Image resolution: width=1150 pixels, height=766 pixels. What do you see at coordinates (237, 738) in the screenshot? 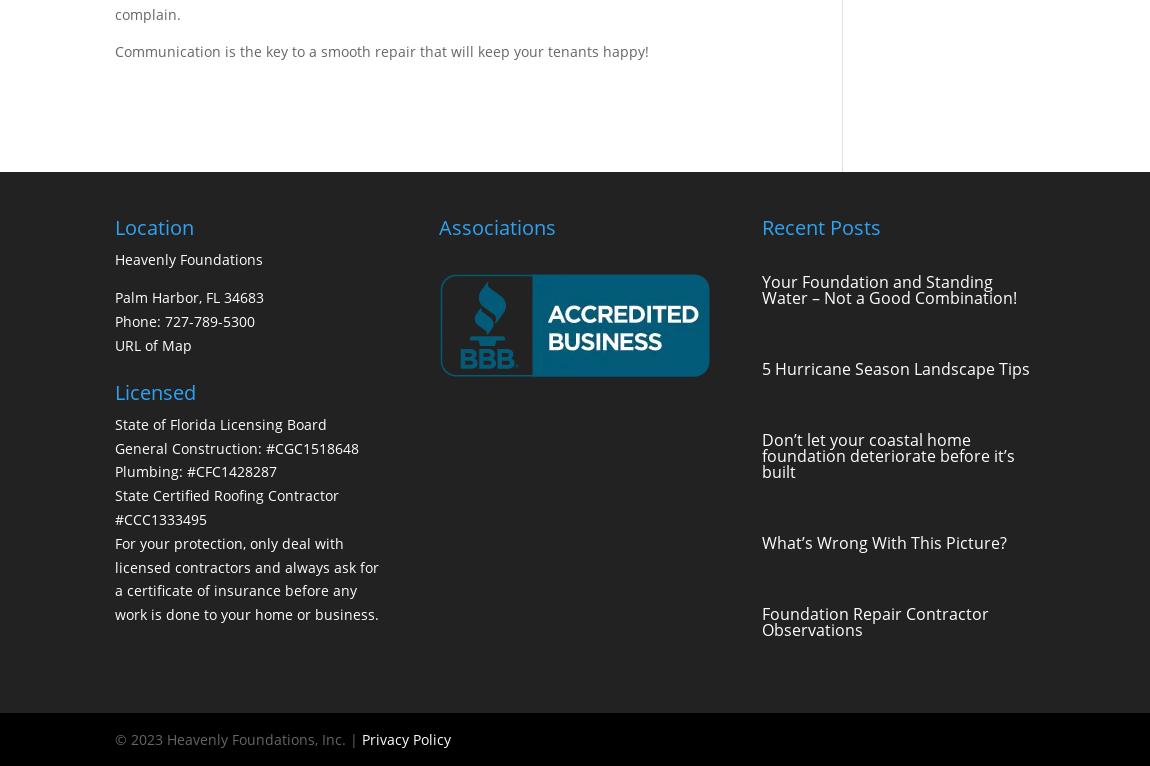
I see `'© 2023 Heavenly Foundations, Inc. |'` at bounding box center [237, 738].